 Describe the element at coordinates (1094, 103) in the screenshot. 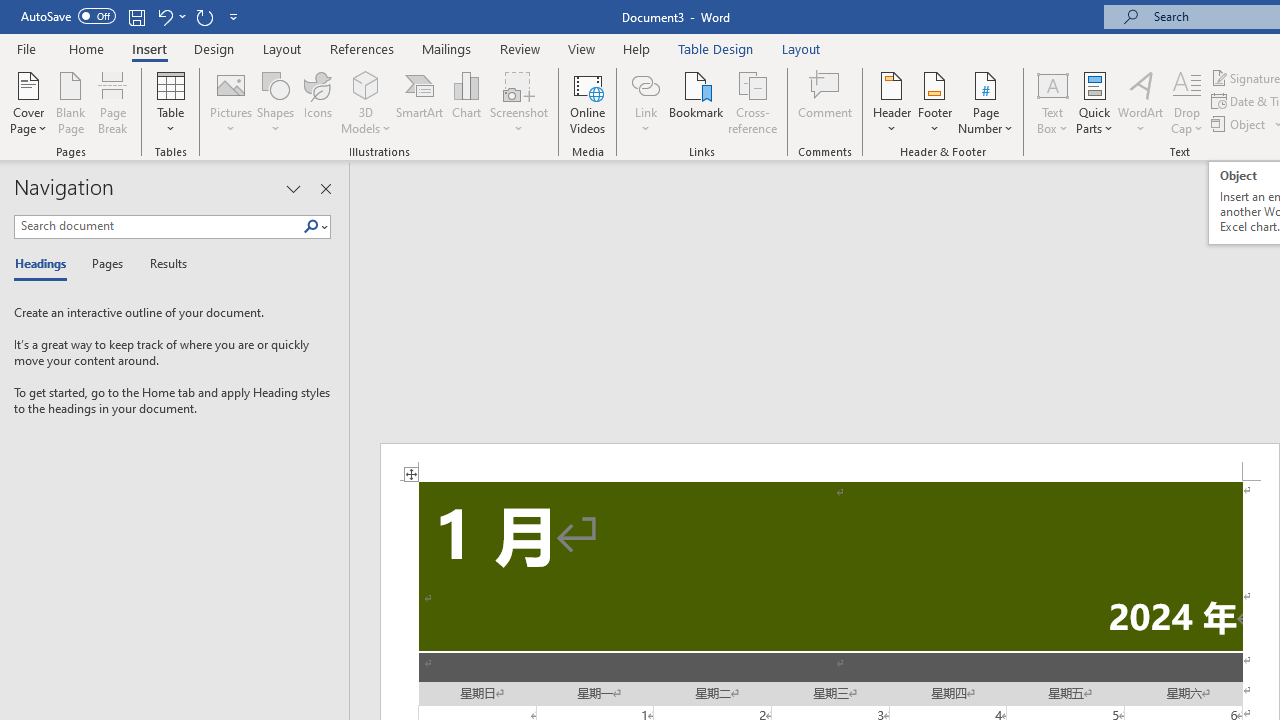

I see `'Quick Parts'` at that location.